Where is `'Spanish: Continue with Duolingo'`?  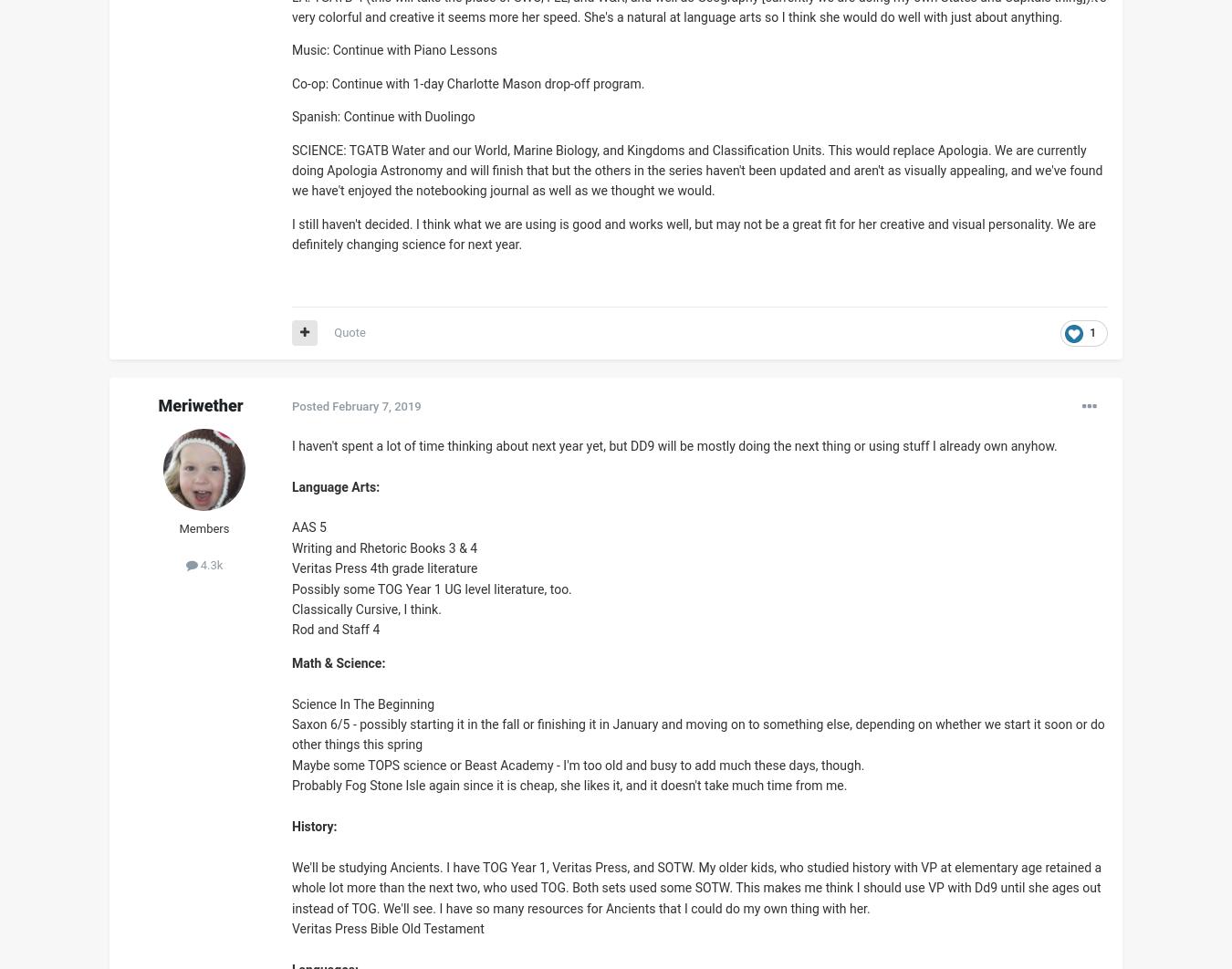
'Spanish: Continue with Duolingo' is located at coordinates (290, 116).